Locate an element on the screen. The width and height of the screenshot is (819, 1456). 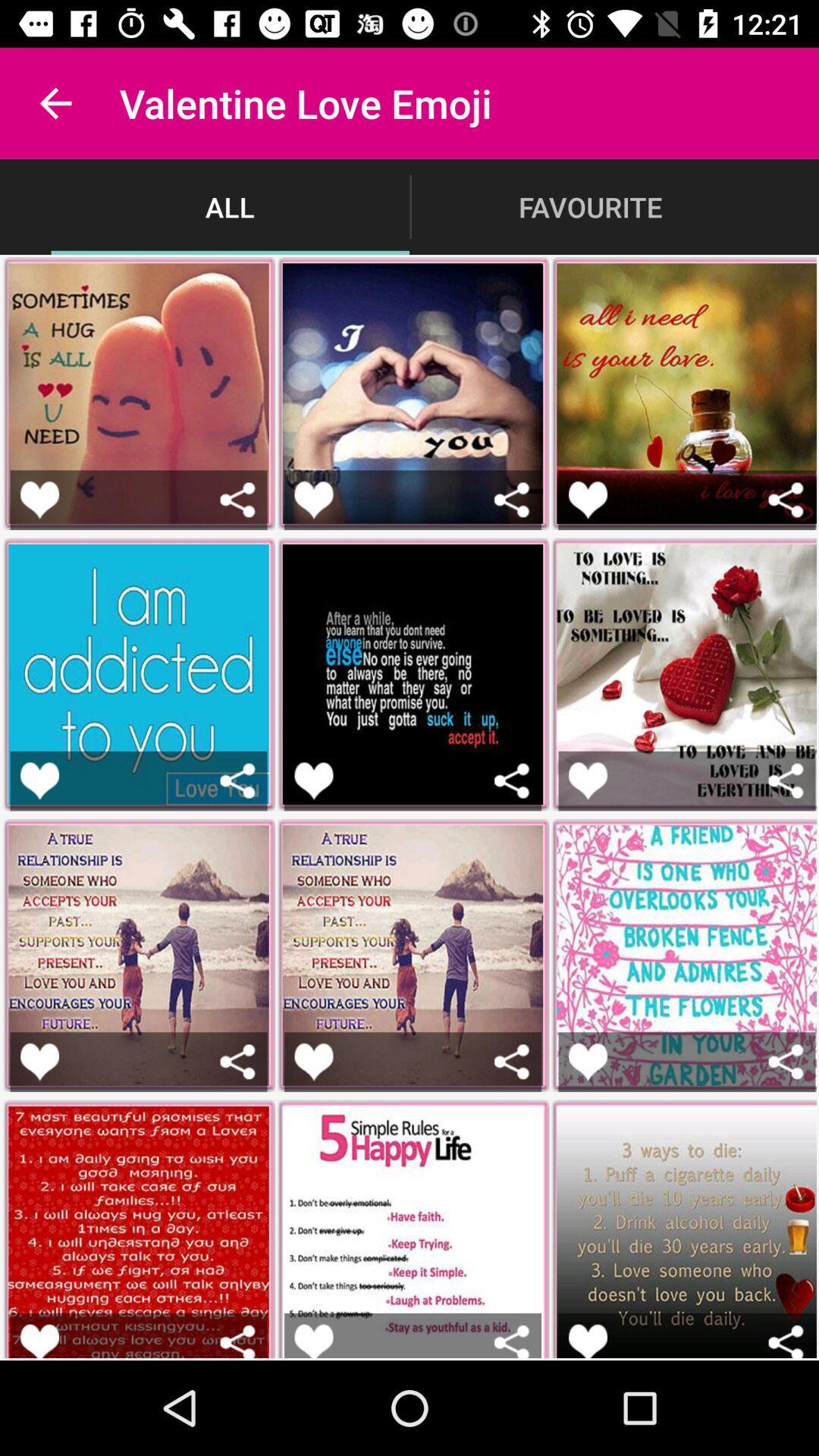
image is located at coordinates (39, 1061).